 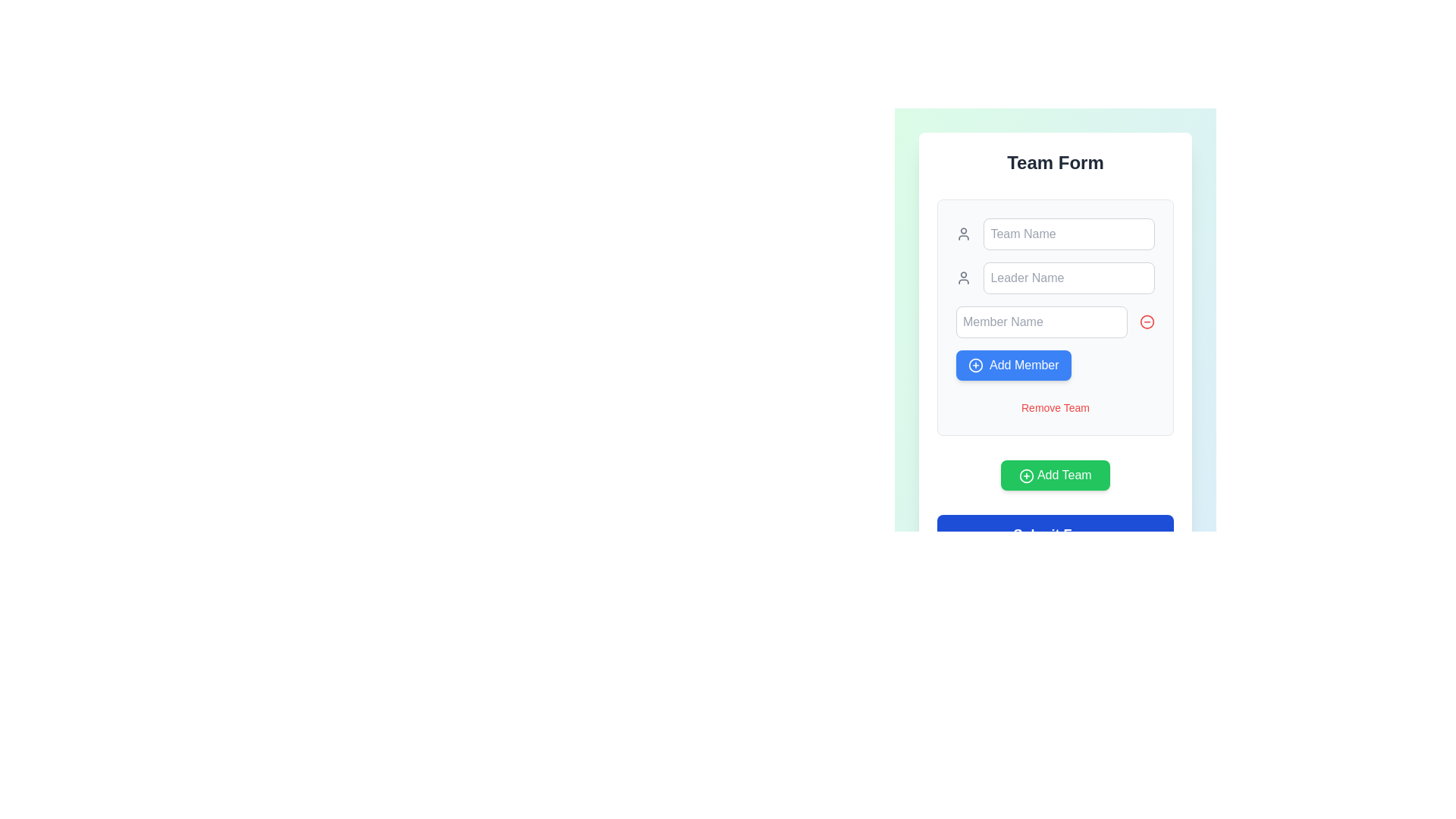 I want to click on the button located at the bottom of the 'Team Form' interface, positioned below the 'Remove Team' link and above the 'Submit Form' button to initiate adding a new team, so click(x=1055, y=475).